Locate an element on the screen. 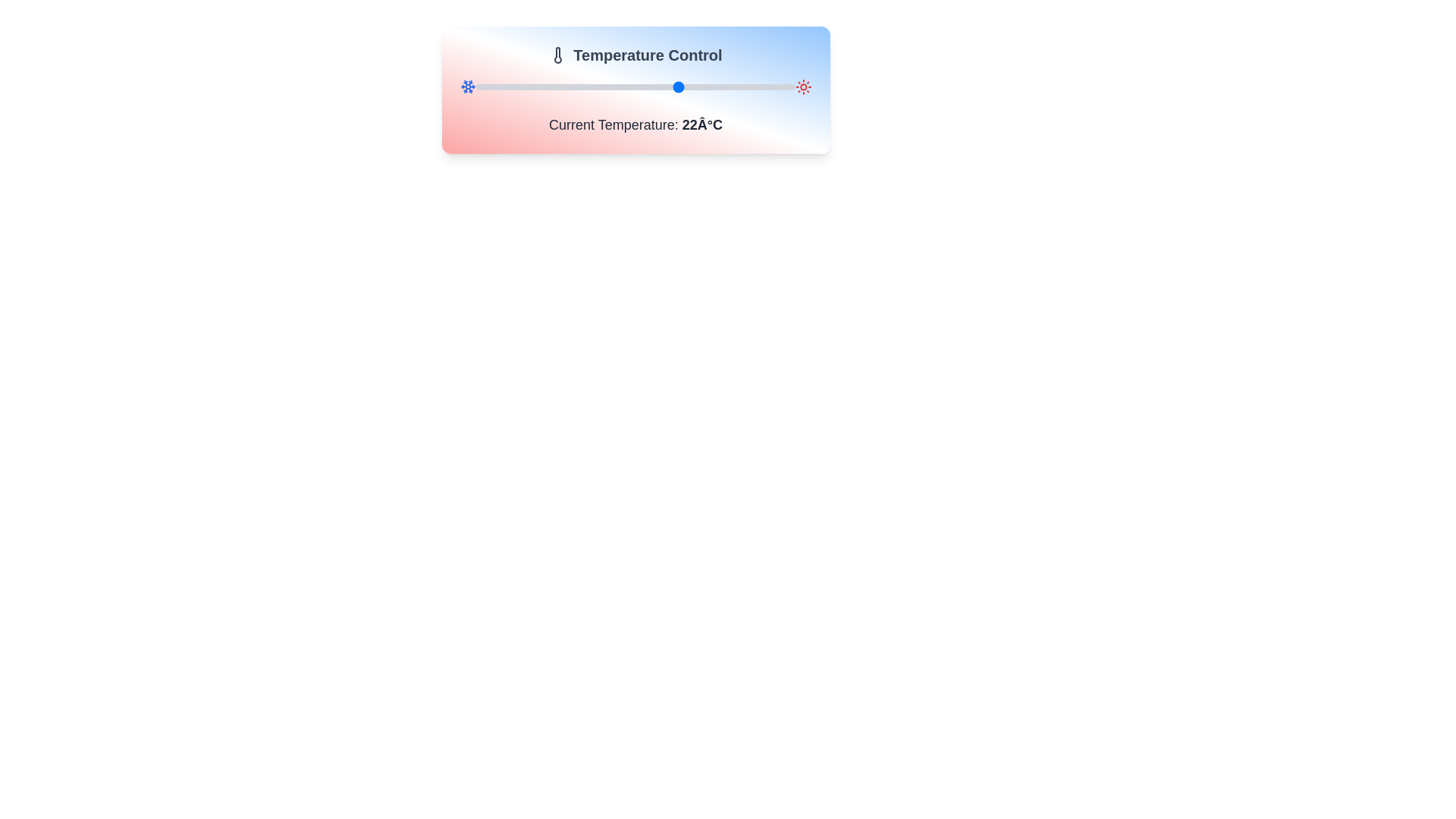 This screenshot has width=1456, height=819. the temperature is located at coordinates (590, 87).